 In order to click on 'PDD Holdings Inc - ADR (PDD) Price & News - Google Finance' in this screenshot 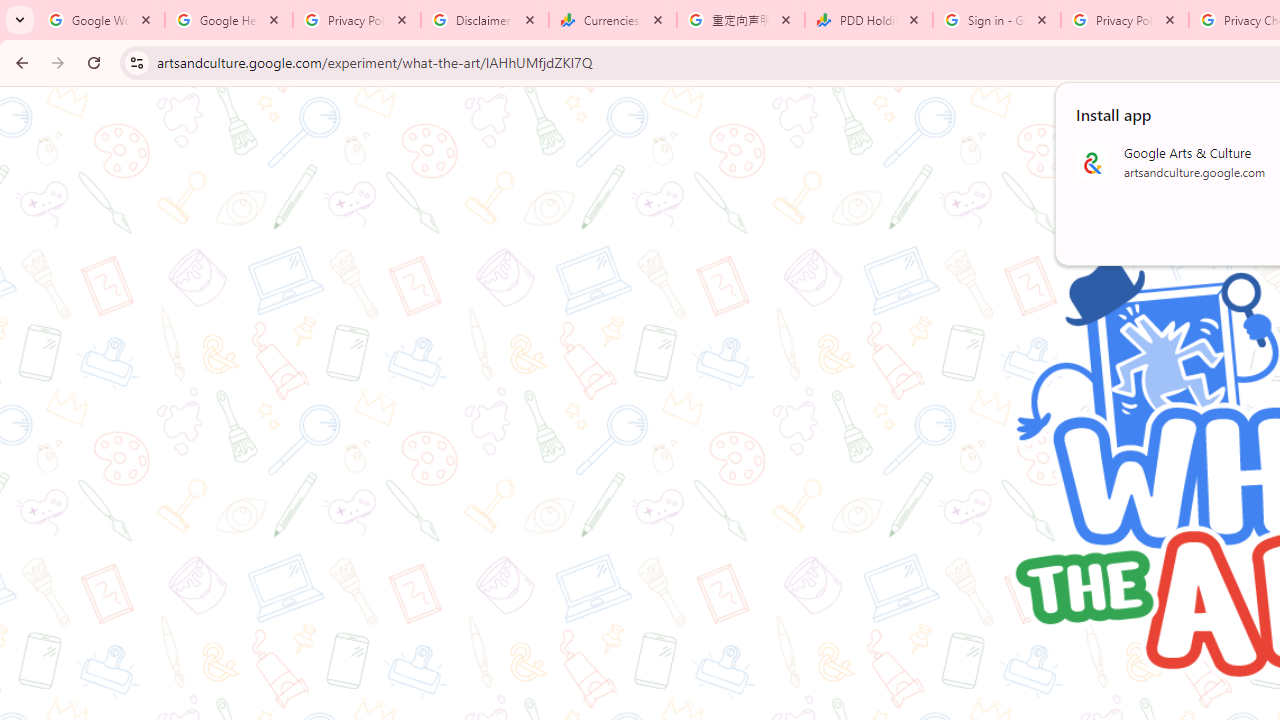, I will do `click(869, 20)`.